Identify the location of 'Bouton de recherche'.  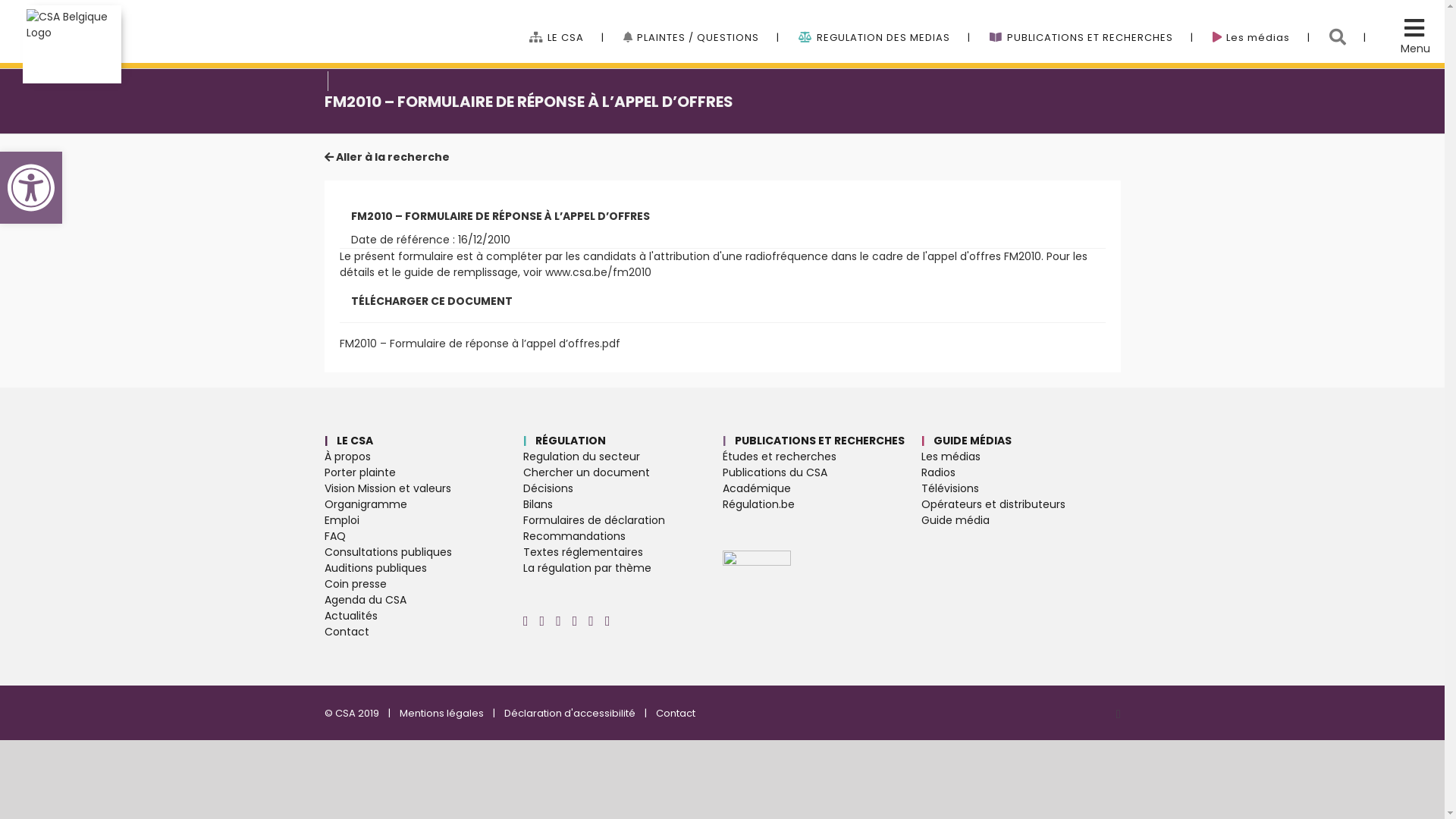
(1348, 22).